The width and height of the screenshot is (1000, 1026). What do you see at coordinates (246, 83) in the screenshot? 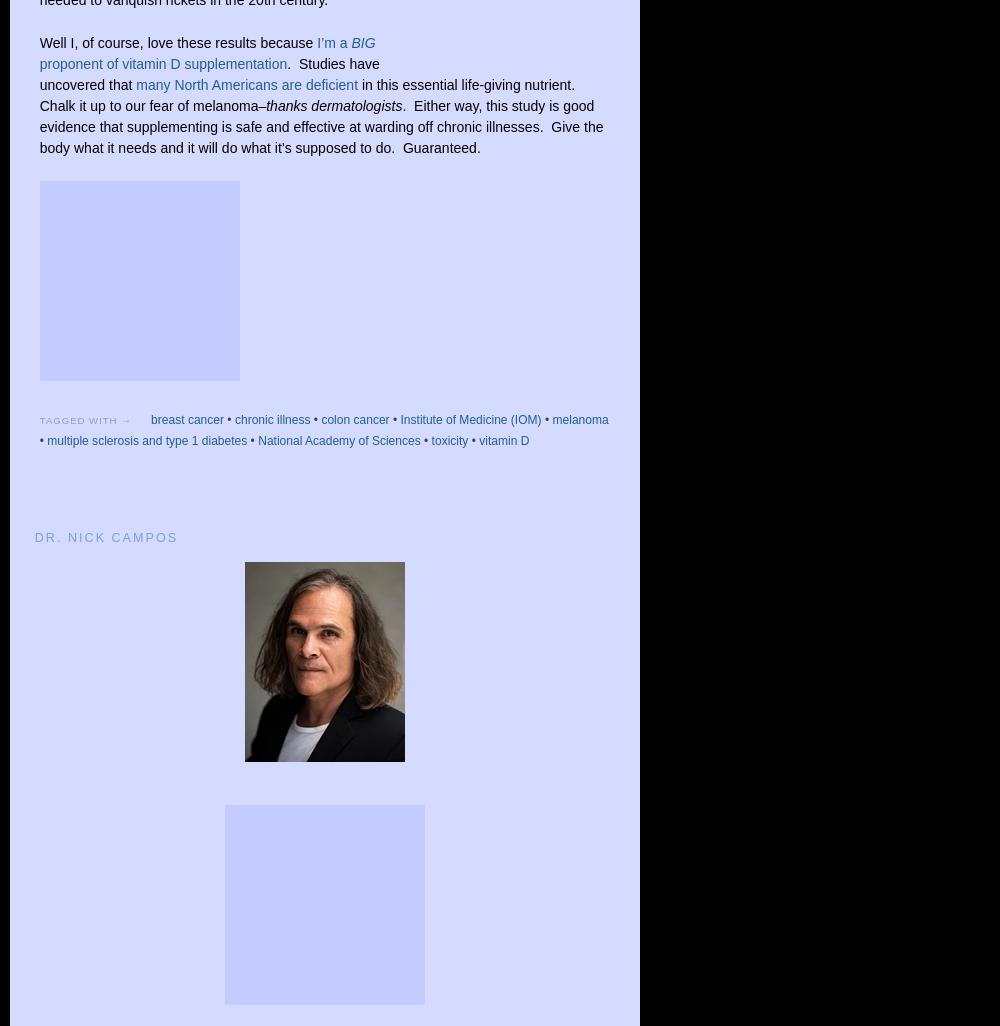
I see `'many North Americans are deficient'` at bounding box center [246, 83].